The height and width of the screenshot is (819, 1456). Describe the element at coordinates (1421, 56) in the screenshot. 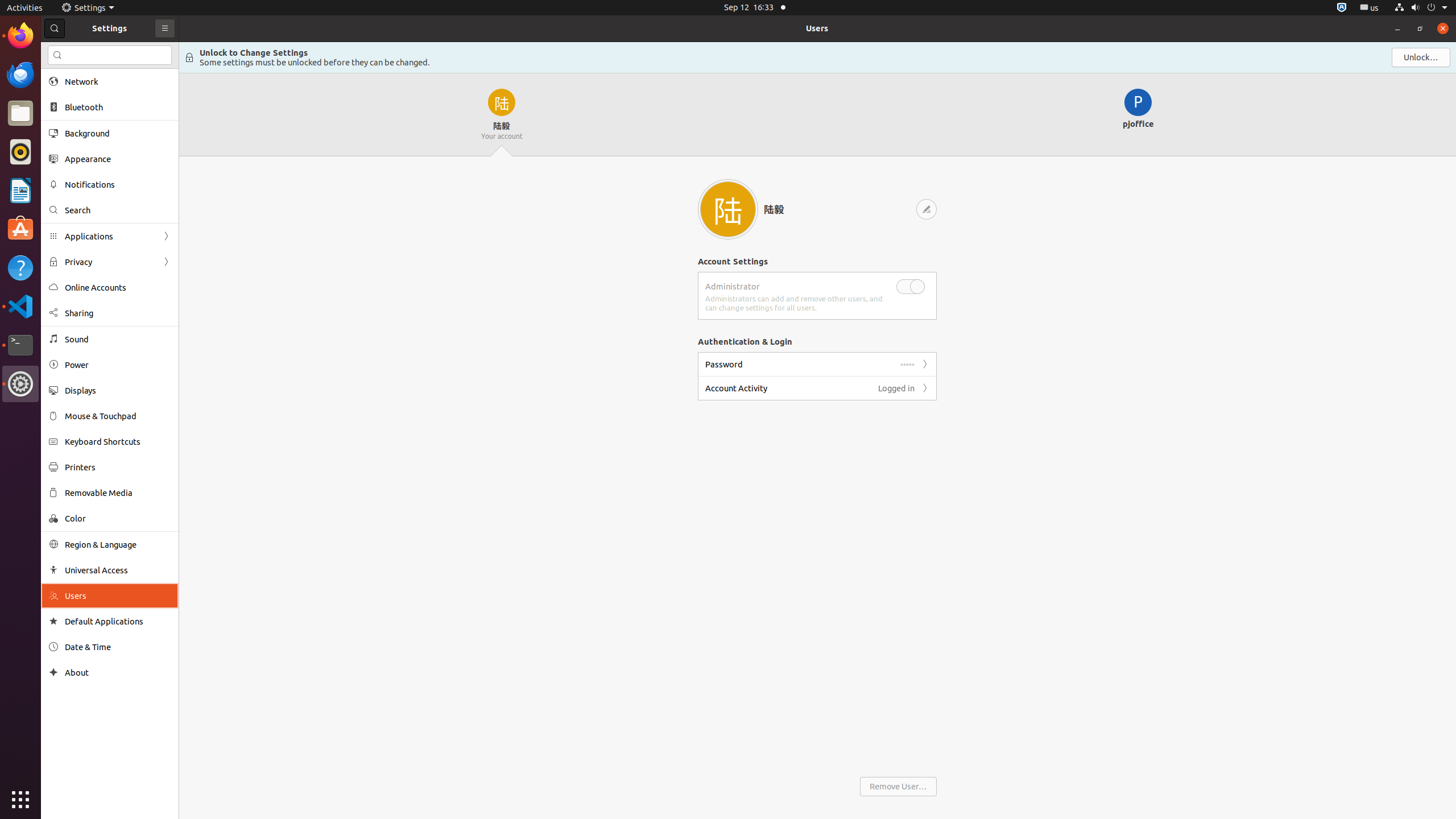

I see `'Unlock'` at that location.